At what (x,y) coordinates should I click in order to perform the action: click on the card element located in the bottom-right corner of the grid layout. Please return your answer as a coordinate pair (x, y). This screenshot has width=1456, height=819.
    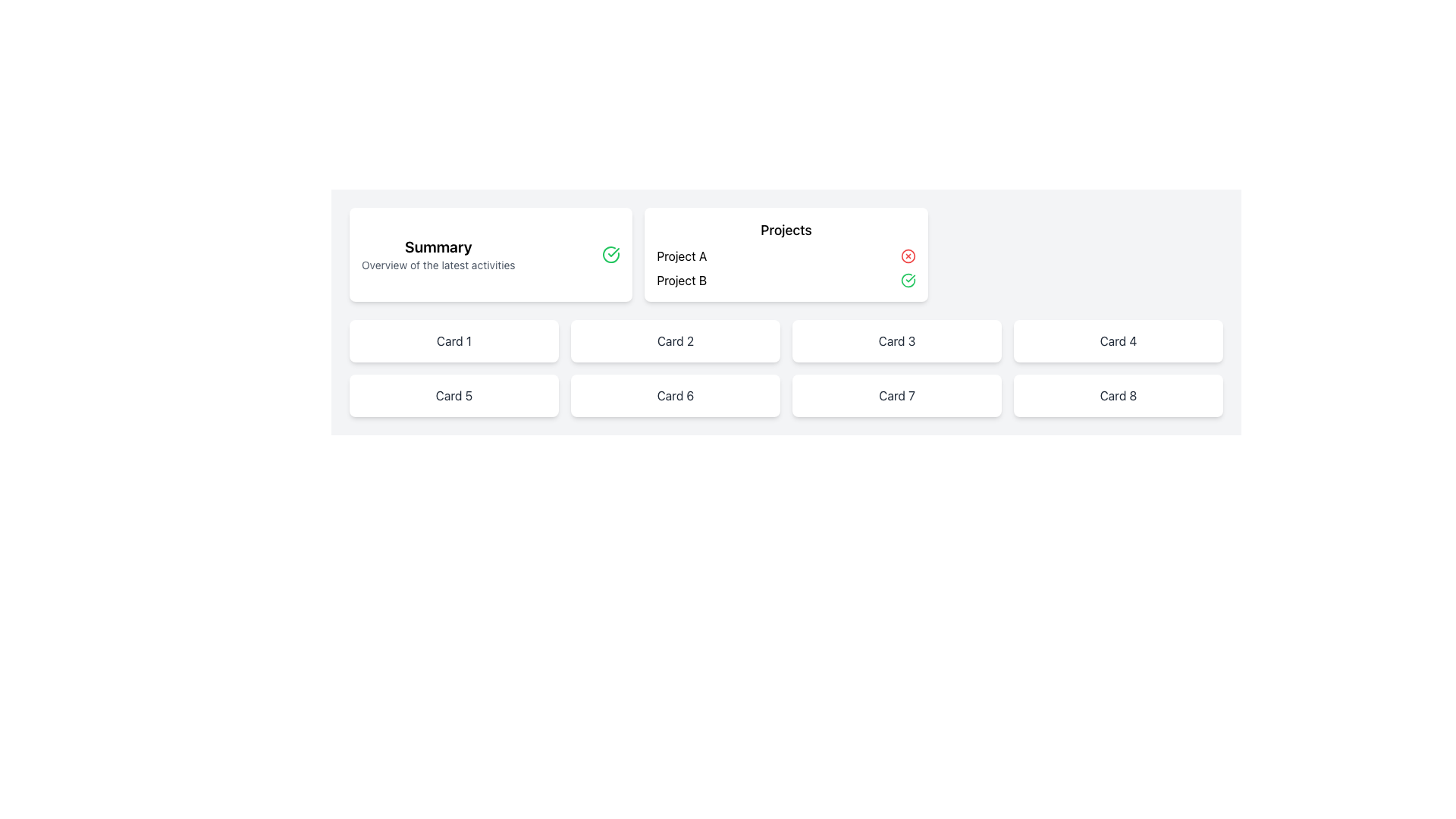
    Looking at the image, I should click on (1118, 394).